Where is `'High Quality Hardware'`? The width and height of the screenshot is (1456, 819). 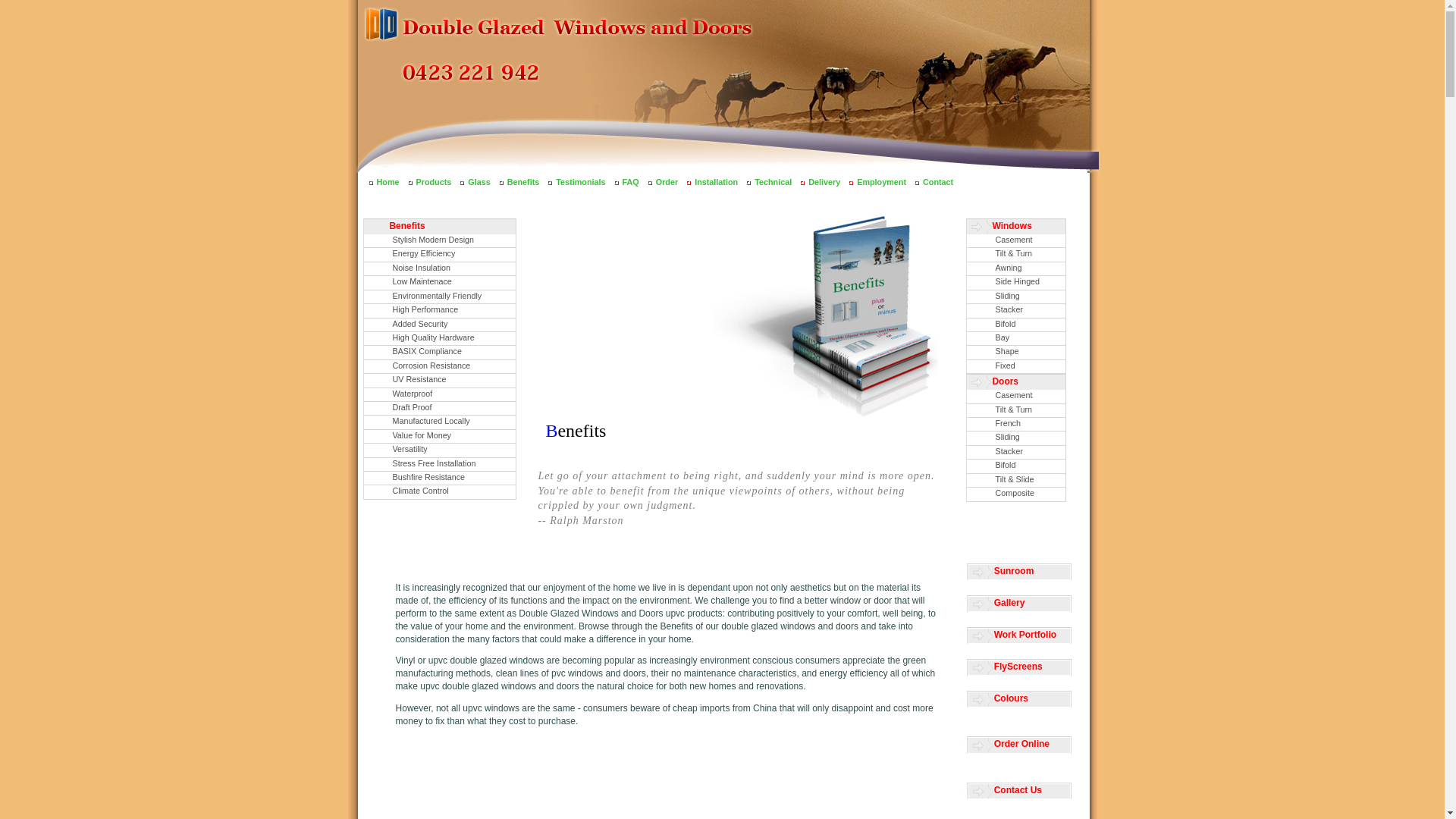
'High Quality Hardware' is located at coordinates (439, 337).